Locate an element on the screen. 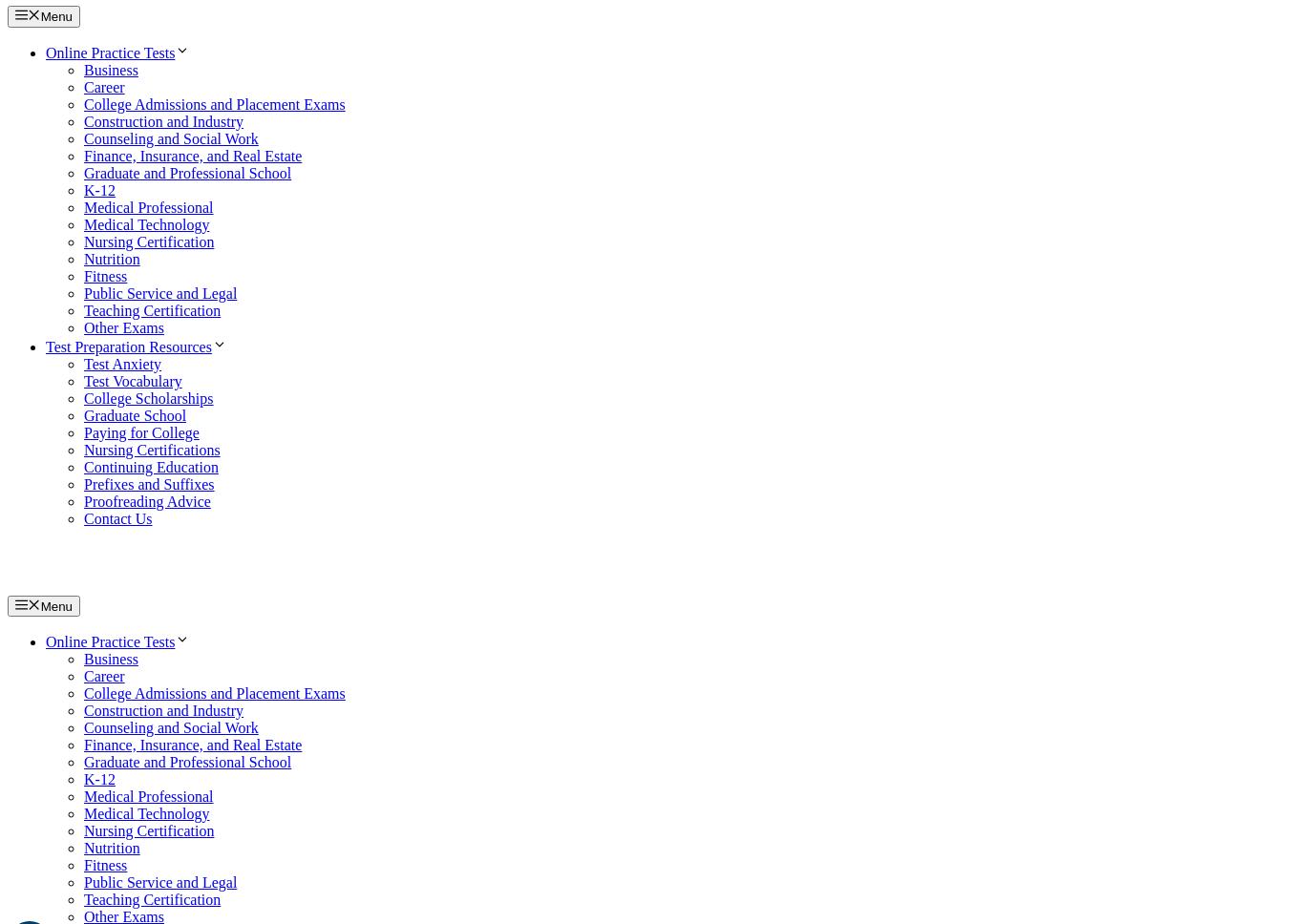  'Test Anxiety' is located at coordinates (122, 362).